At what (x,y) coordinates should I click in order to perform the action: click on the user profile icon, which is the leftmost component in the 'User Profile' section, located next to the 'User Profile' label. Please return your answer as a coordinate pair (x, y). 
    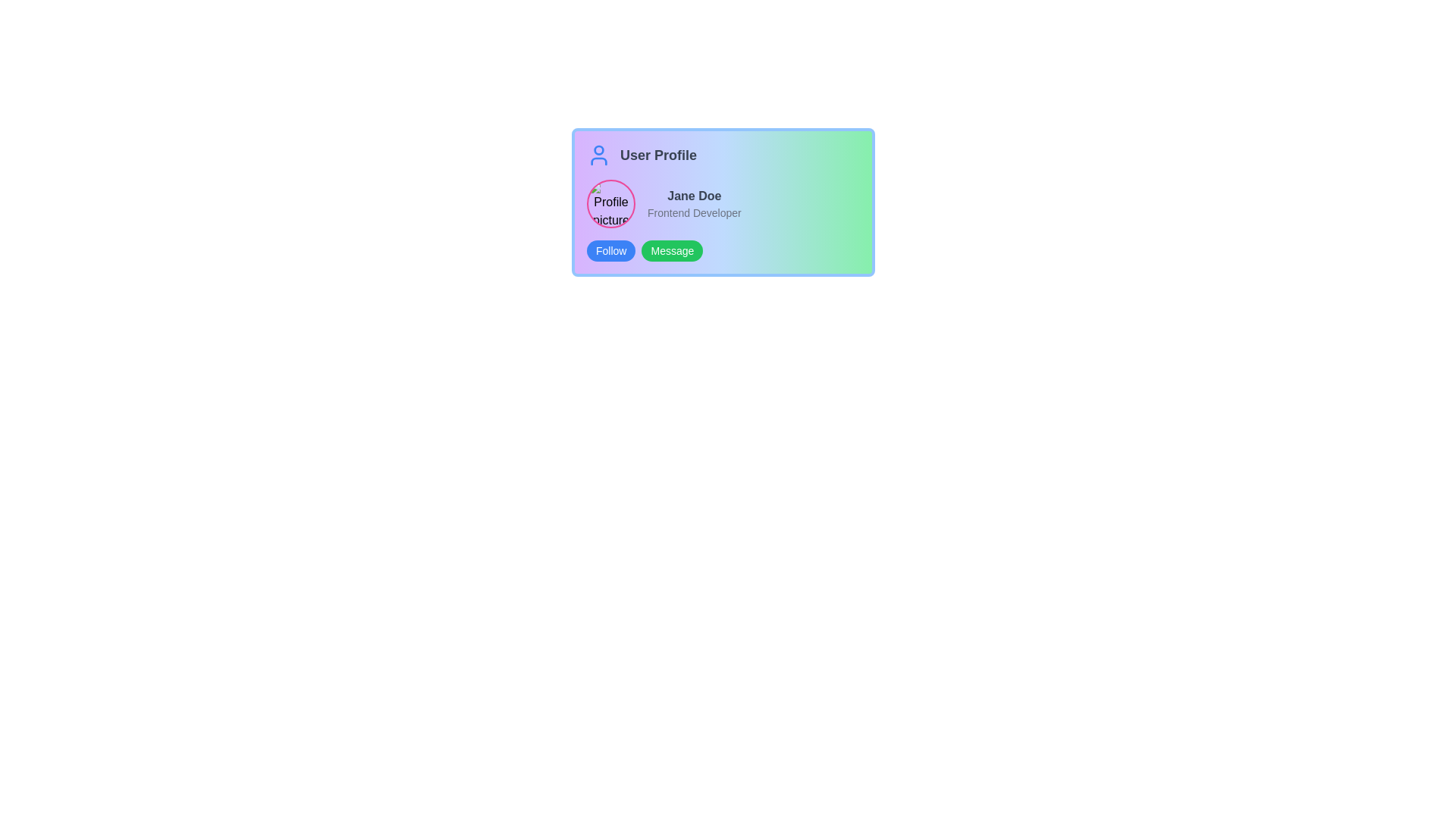
    Looking at the image, I should click on (598, 155).